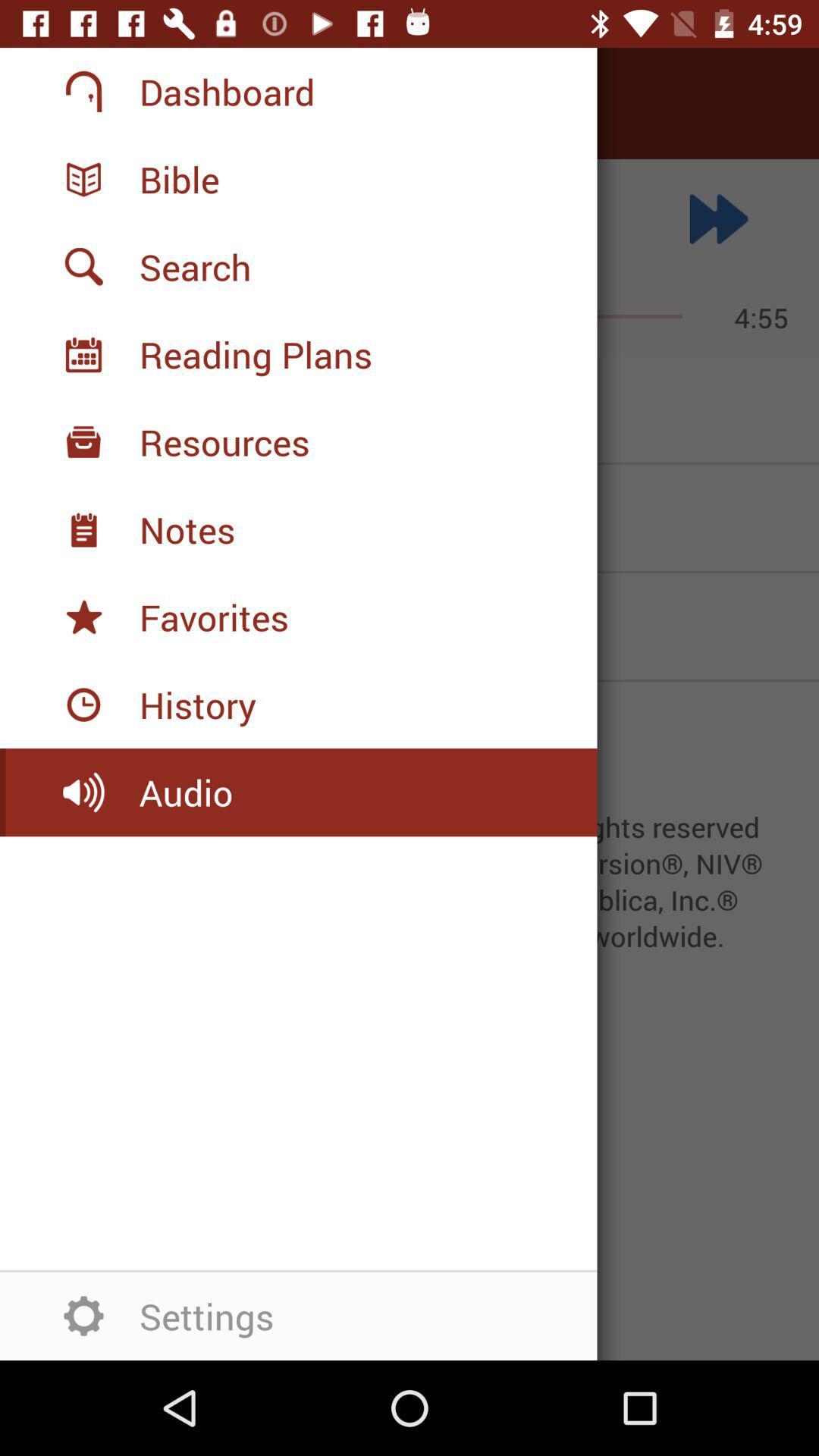  Describe the element at coordinates (718, 218) in the screenshot. I see `the av_forward icon` at that location.